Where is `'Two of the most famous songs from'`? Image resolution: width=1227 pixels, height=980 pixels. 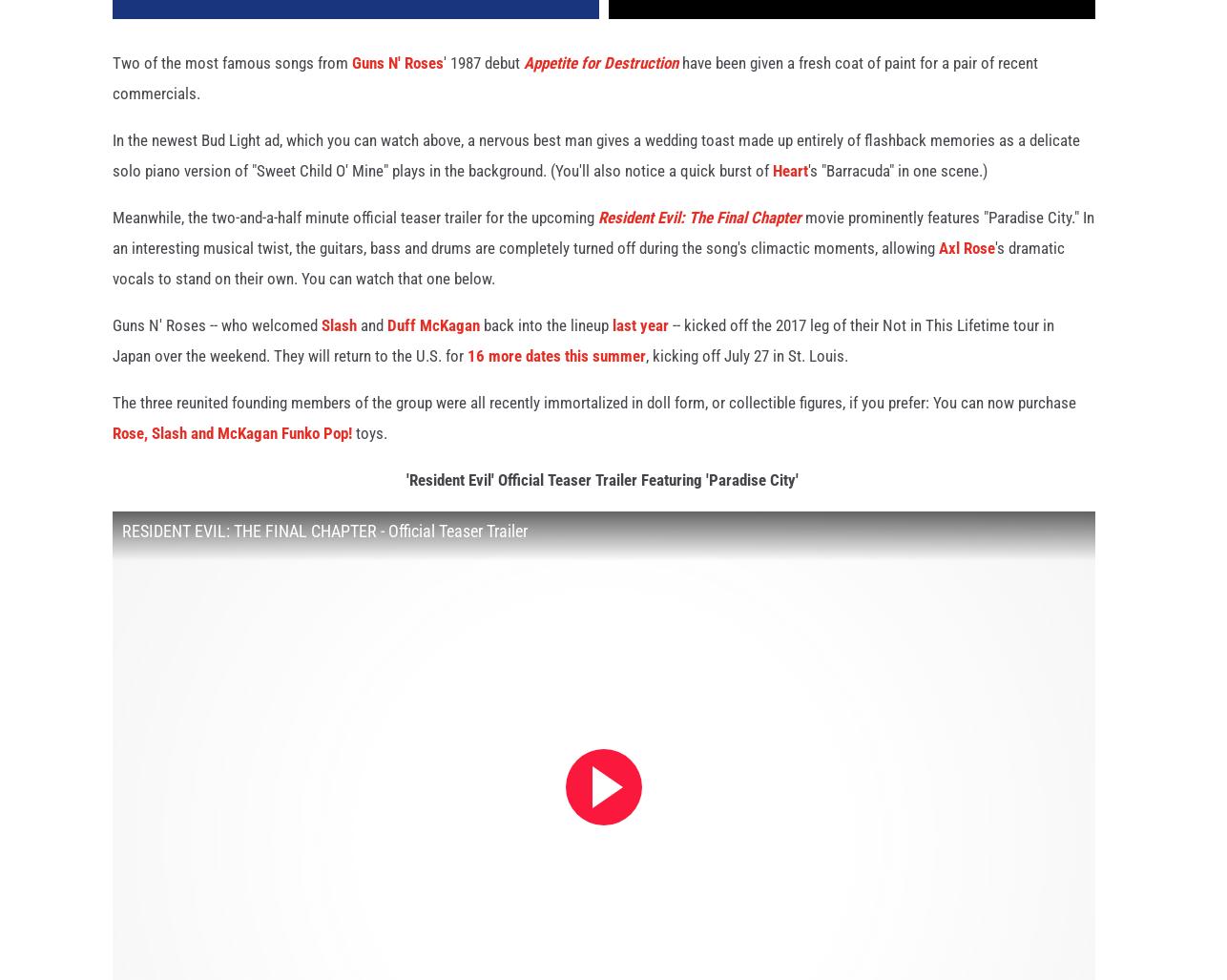
'Two of the most famous songs from' is located at coordinates (232, 83).